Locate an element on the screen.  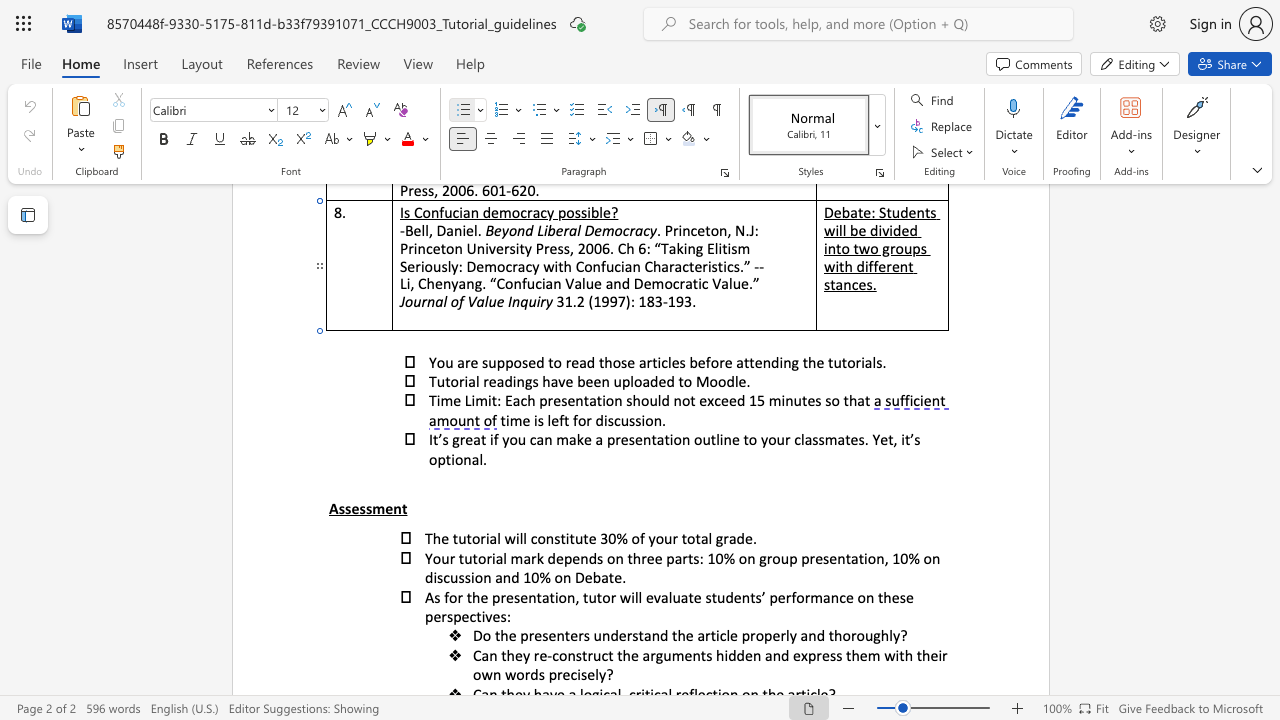
the 2th character "n" in the text is located at coordinates (570, 596).